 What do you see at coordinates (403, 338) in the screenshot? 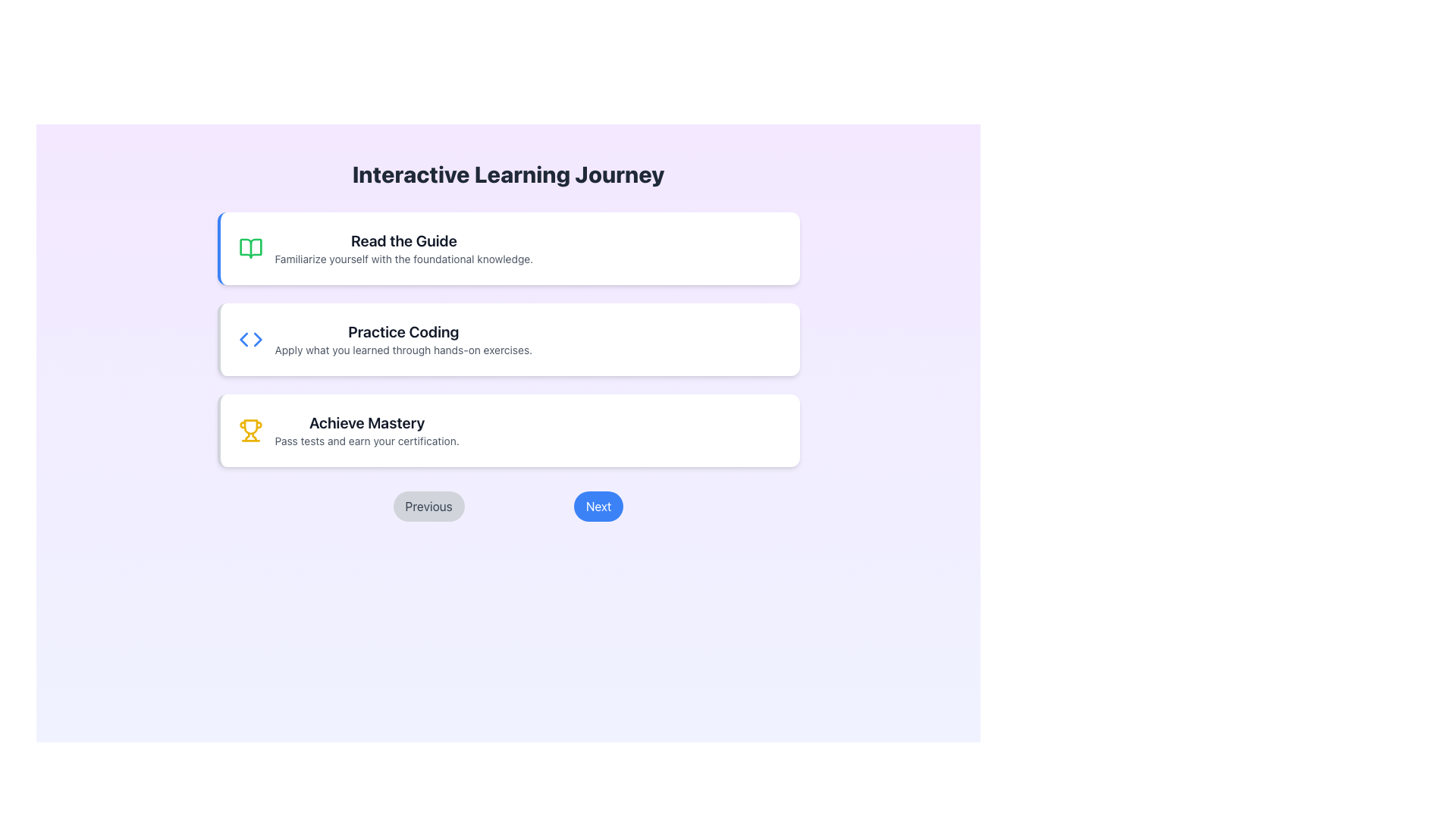
I see `the text block that contains 'Practice Coding' and 'Apply what you learned through hands-on exercises.'` at bounding box center [403, 338].